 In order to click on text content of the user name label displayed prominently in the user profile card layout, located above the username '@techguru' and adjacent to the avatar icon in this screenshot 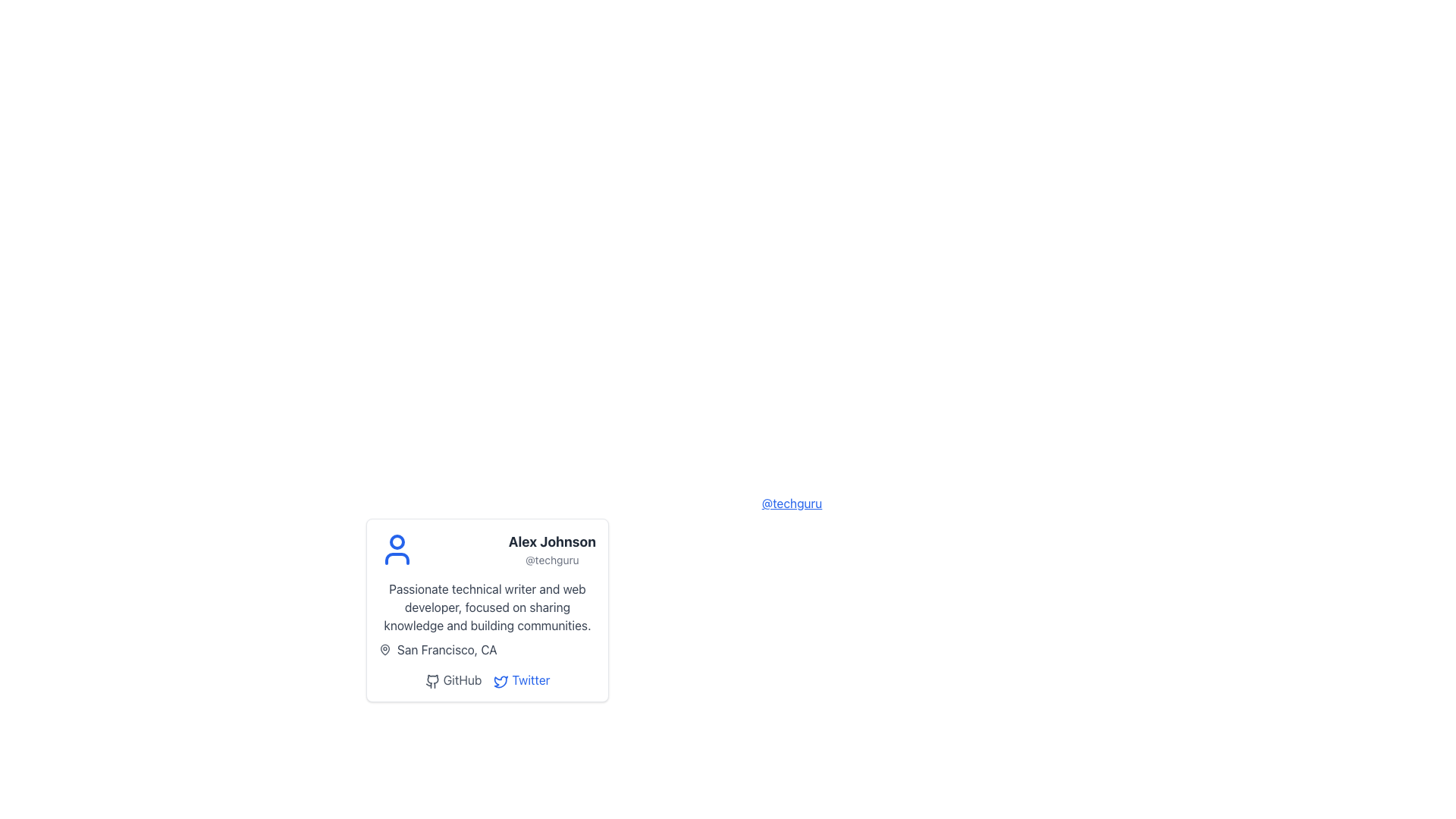, I will do `click(551, 541)`.